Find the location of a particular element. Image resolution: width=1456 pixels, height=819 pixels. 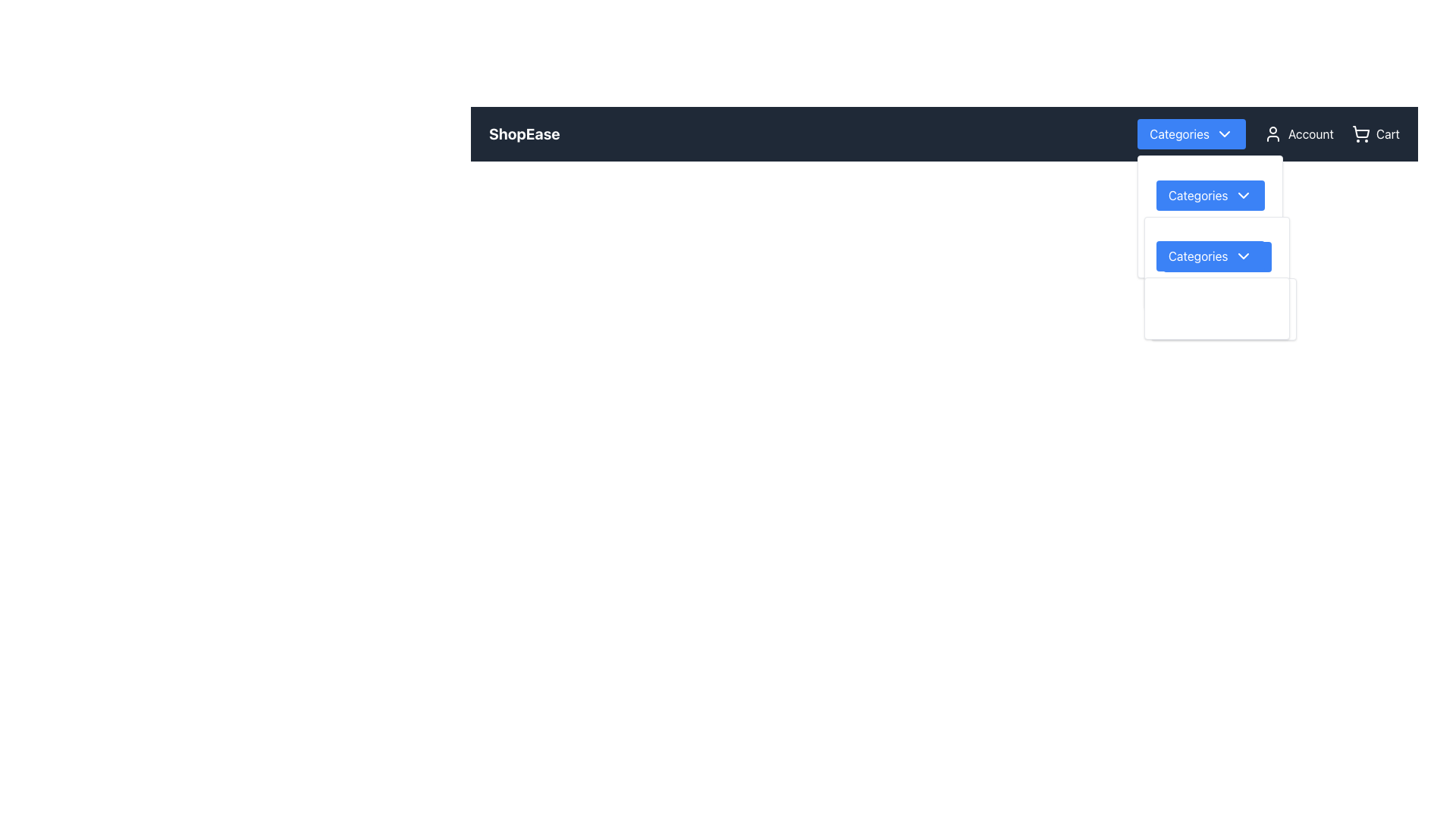

the 'Categories' button is located at coordinates (1197, 256).